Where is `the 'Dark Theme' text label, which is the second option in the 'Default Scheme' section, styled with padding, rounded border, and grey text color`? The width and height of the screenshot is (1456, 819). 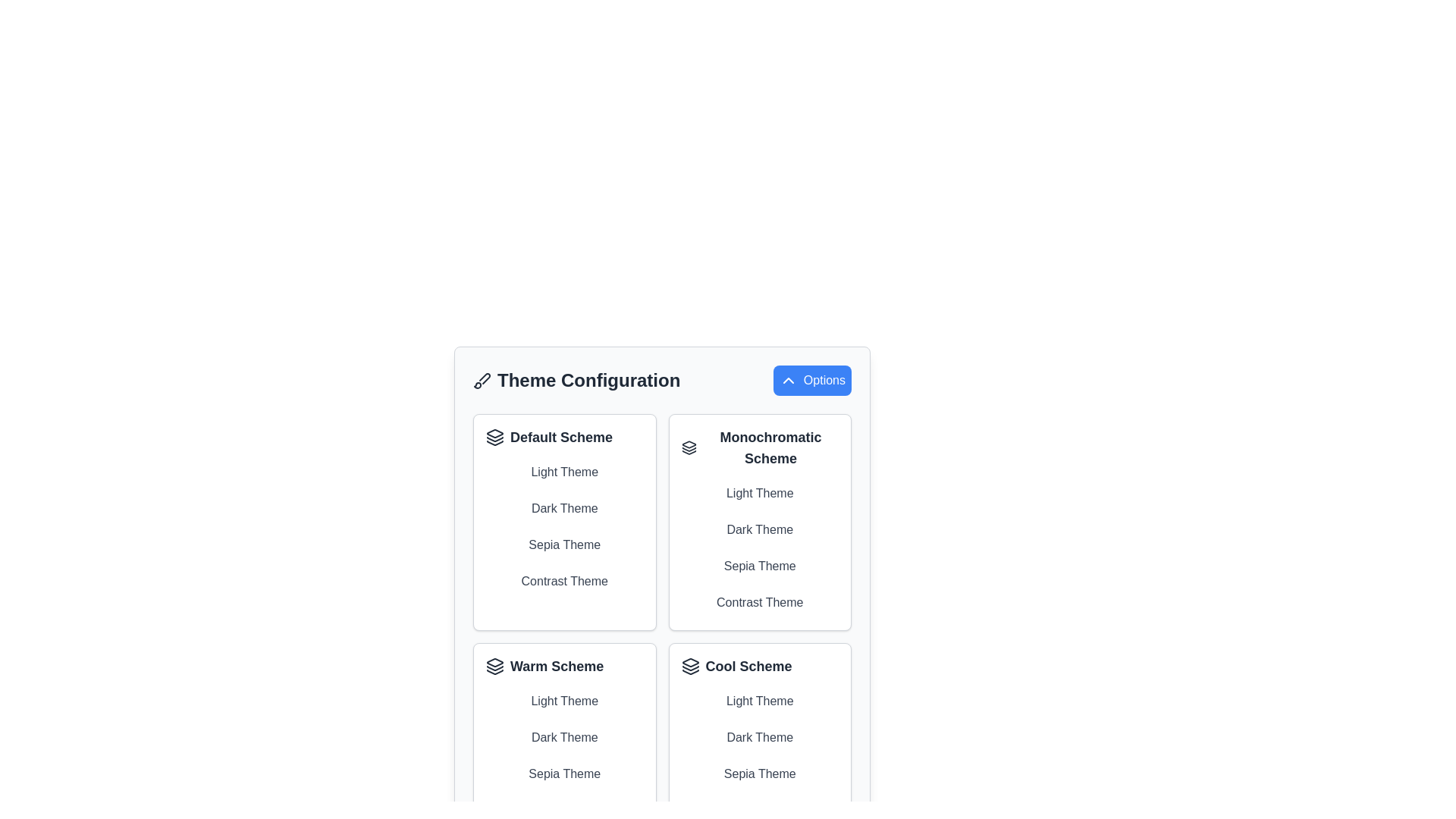 the 'Dark Theme' text label, which is the second option in the 'Default Scheme' section, styled with padding, rounded border, and grey text color is located at coordinates (563, 509).